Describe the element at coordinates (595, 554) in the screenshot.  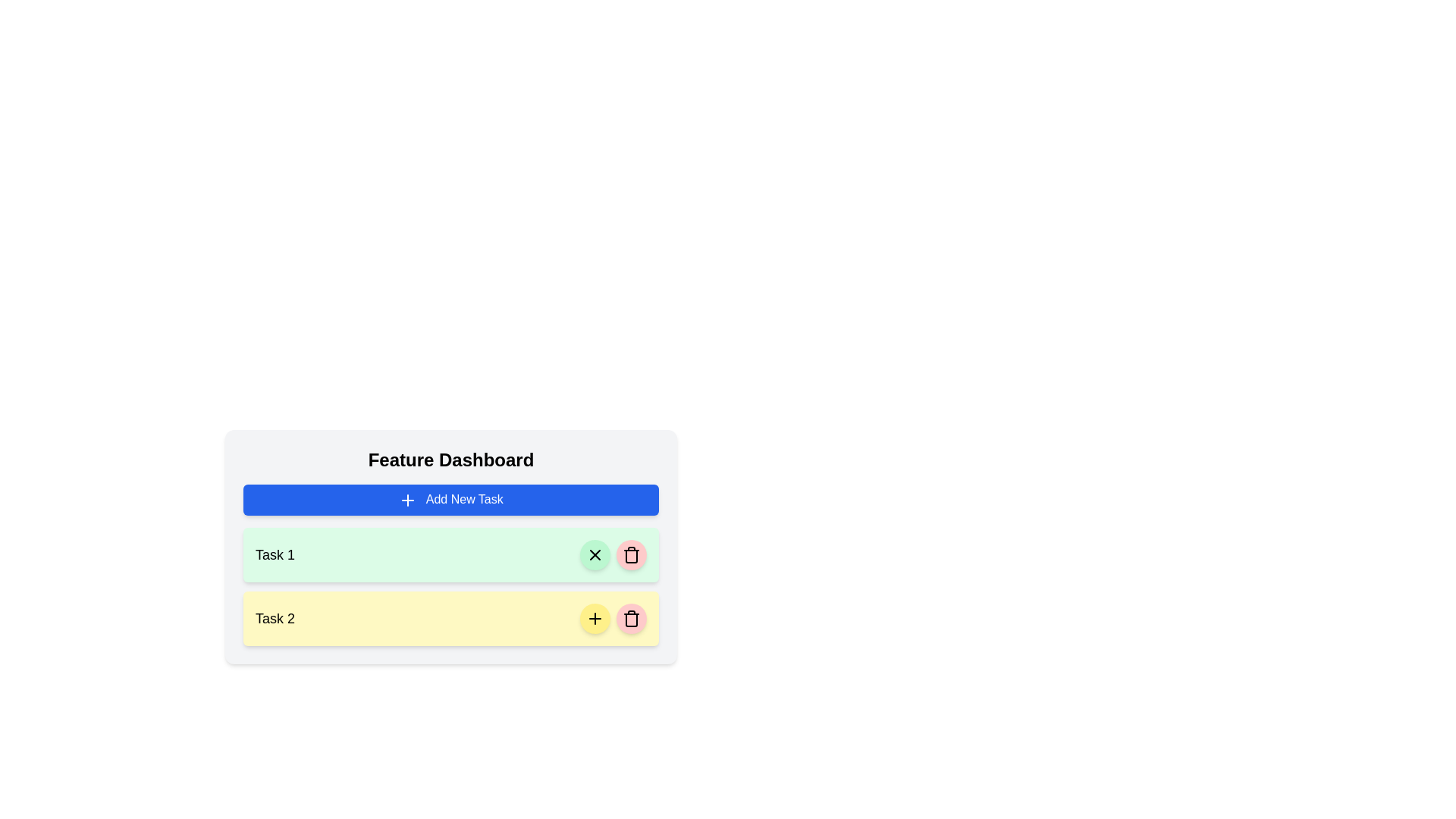
I see `the circular green button with an 'X' icon` at that location.